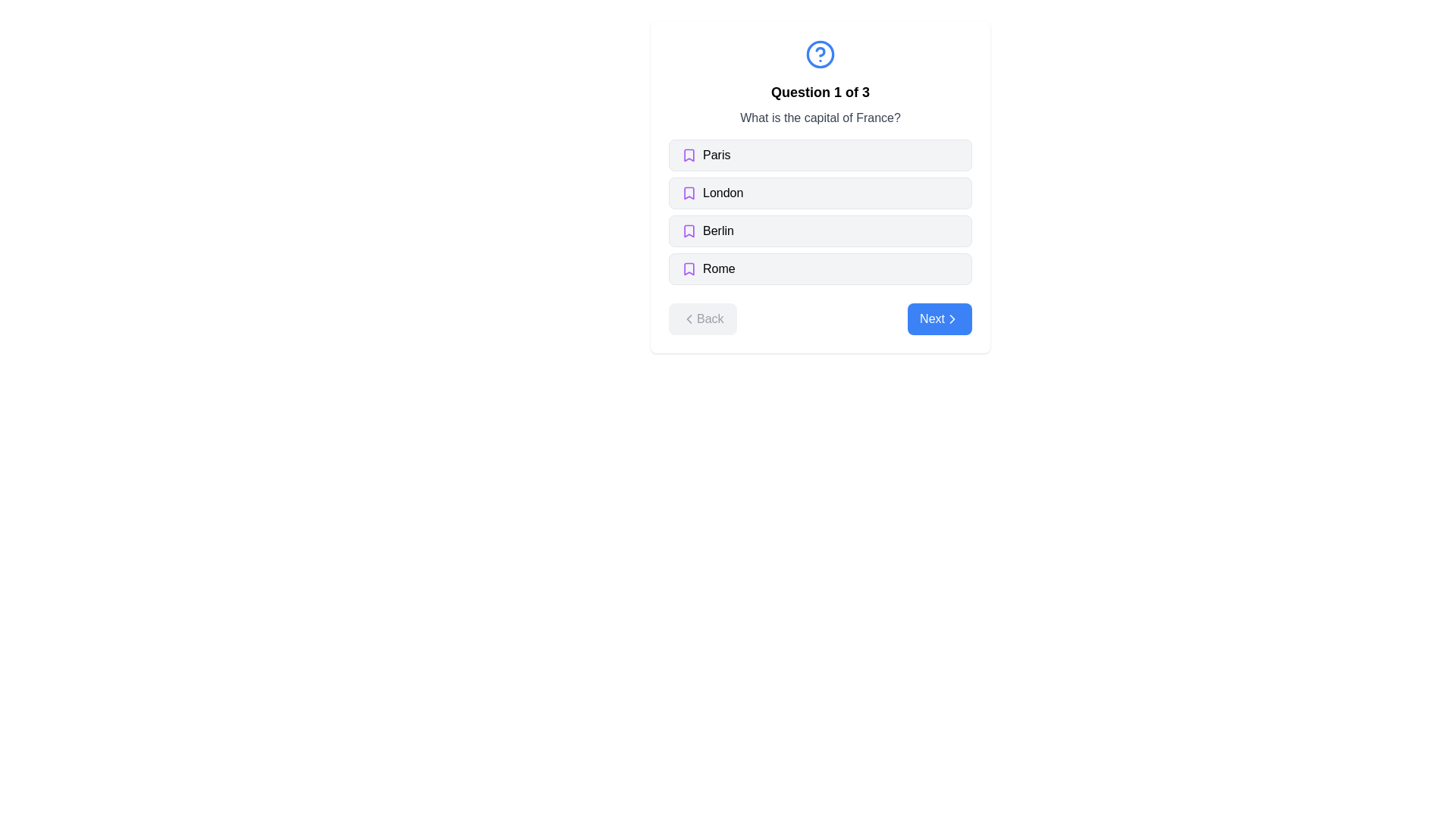 This screenshot has height=819, width=1456. What do you see at coordinates (688, 155) in the screenshot?
I see `the purple bookmark-shaped icon associated with the answer option 'Paris'` at bounding box center [688, 155].